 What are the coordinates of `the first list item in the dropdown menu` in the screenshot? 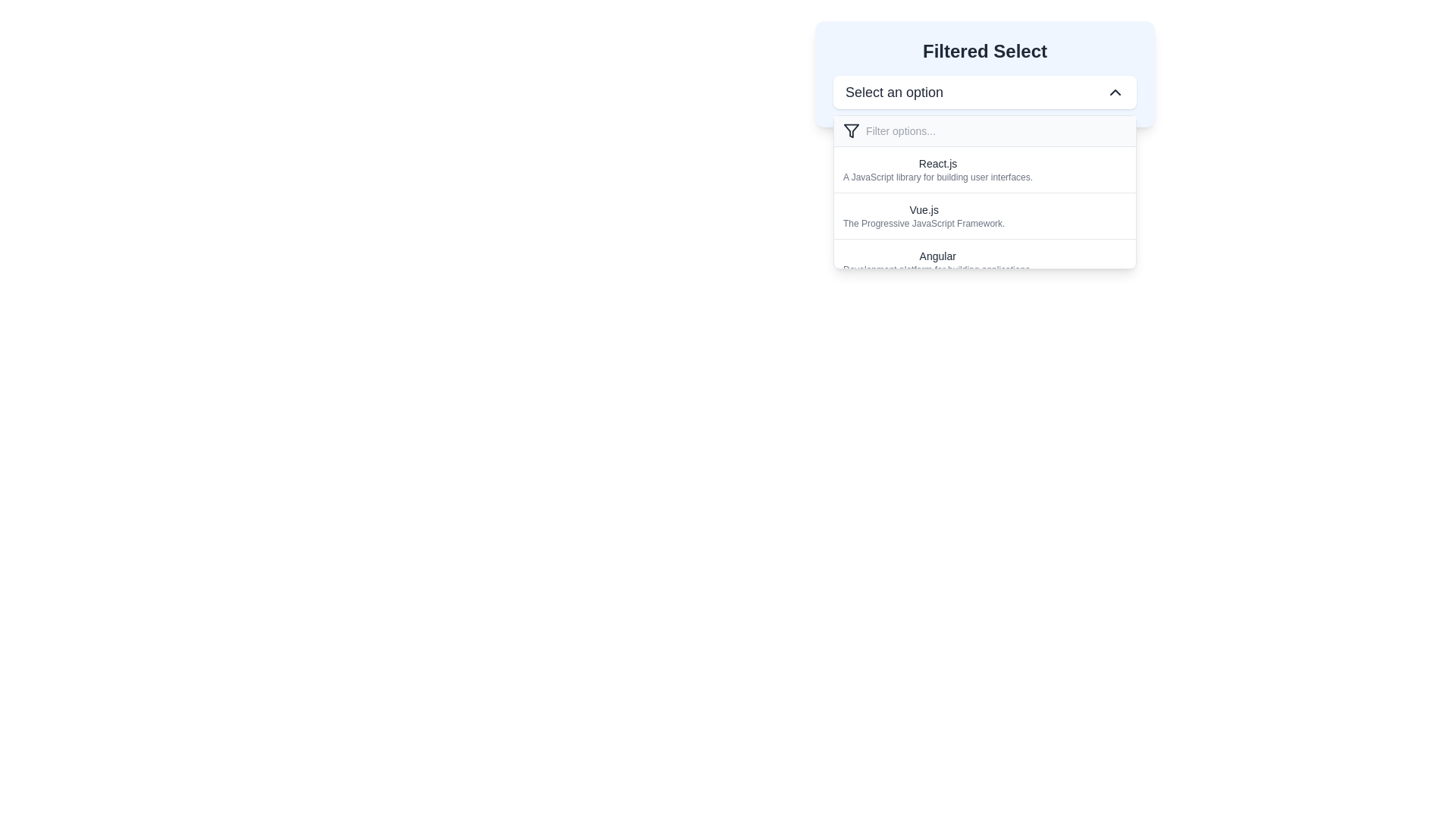 It's located at (937, 169).